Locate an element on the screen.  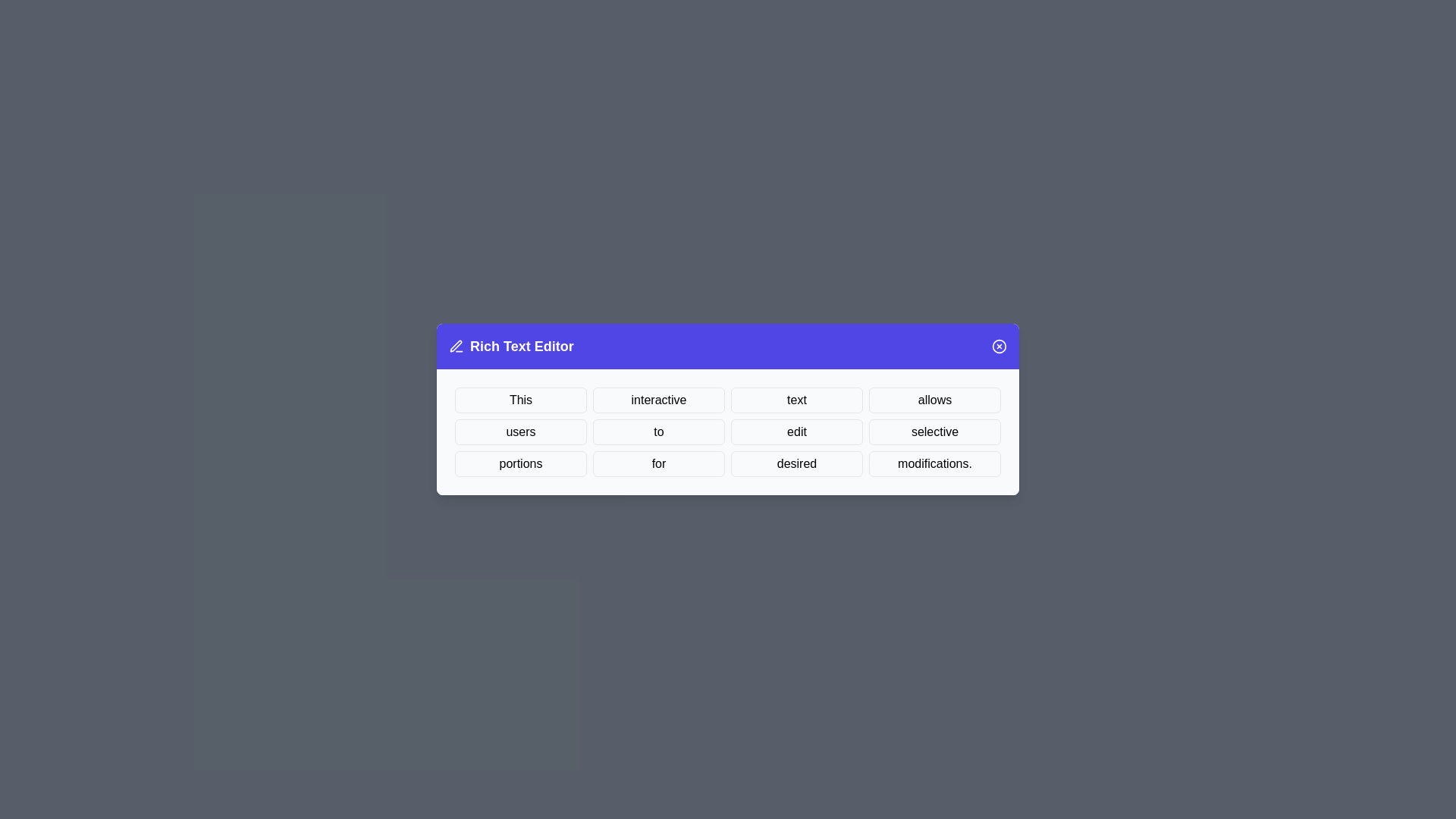
the word text to select it is located at coordinates (796, 400).